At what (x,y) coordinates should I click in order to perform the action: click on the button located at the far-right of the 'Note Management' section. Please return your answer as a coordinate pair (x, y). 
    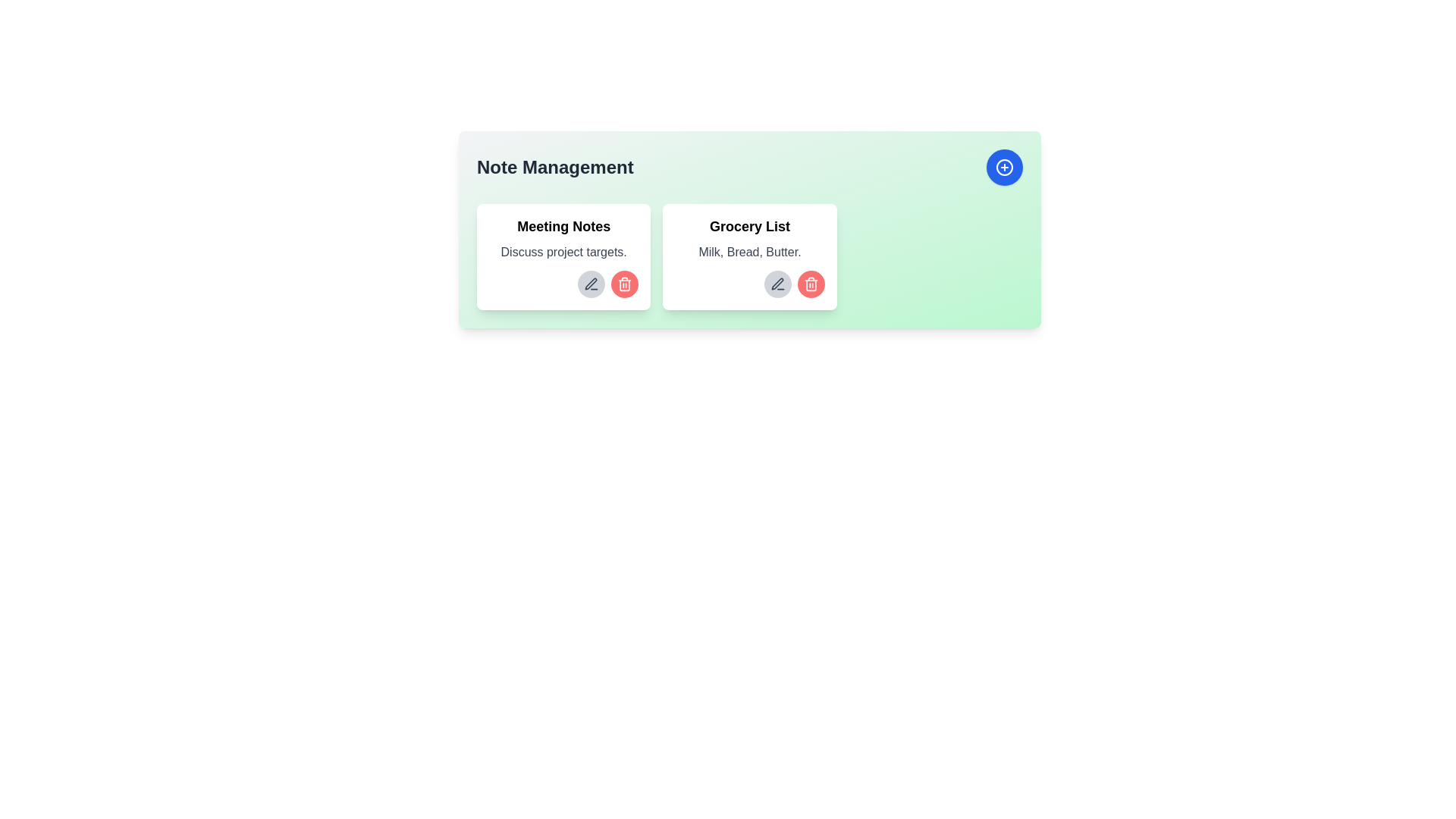
    Looking at the image, I should click on (1004, 167).